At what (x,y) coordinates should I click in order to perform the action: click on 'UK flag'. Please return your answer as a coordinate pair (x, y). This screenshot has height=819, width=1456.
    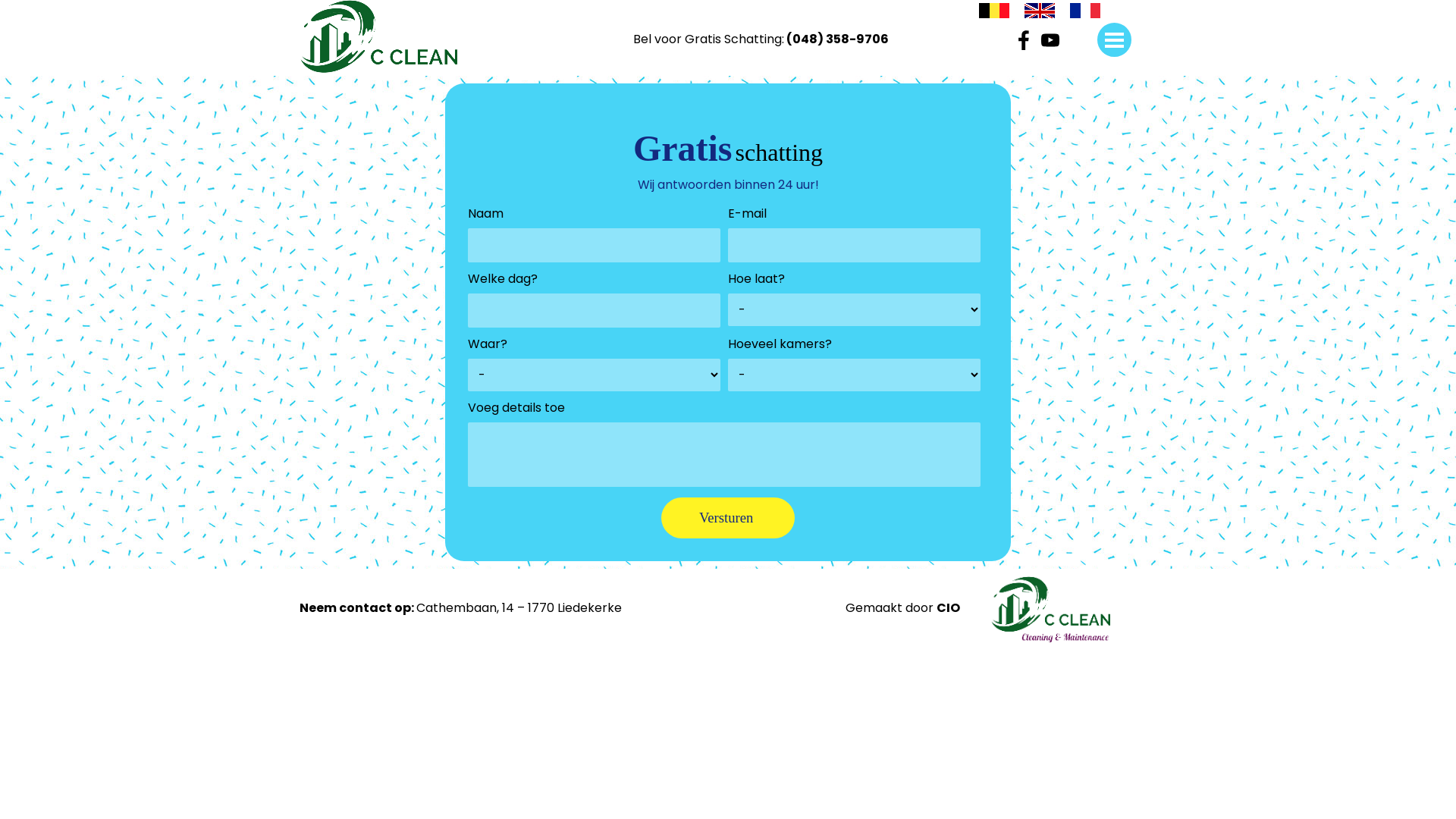
    Looking at the image, I should click on (1039, 11).